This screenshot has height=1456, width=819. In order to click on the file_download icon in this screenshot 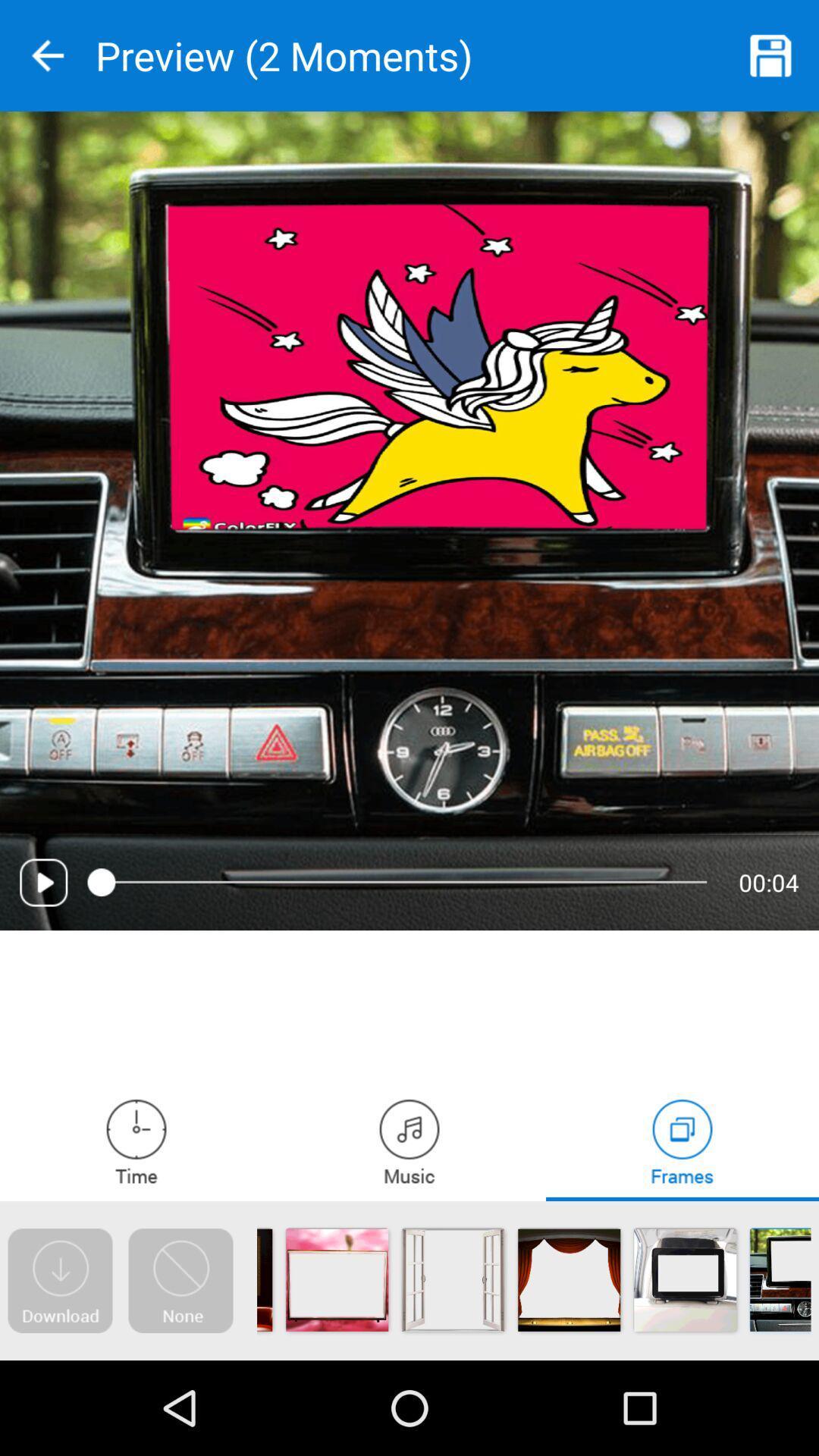, I will do `click(59, 1280)`.